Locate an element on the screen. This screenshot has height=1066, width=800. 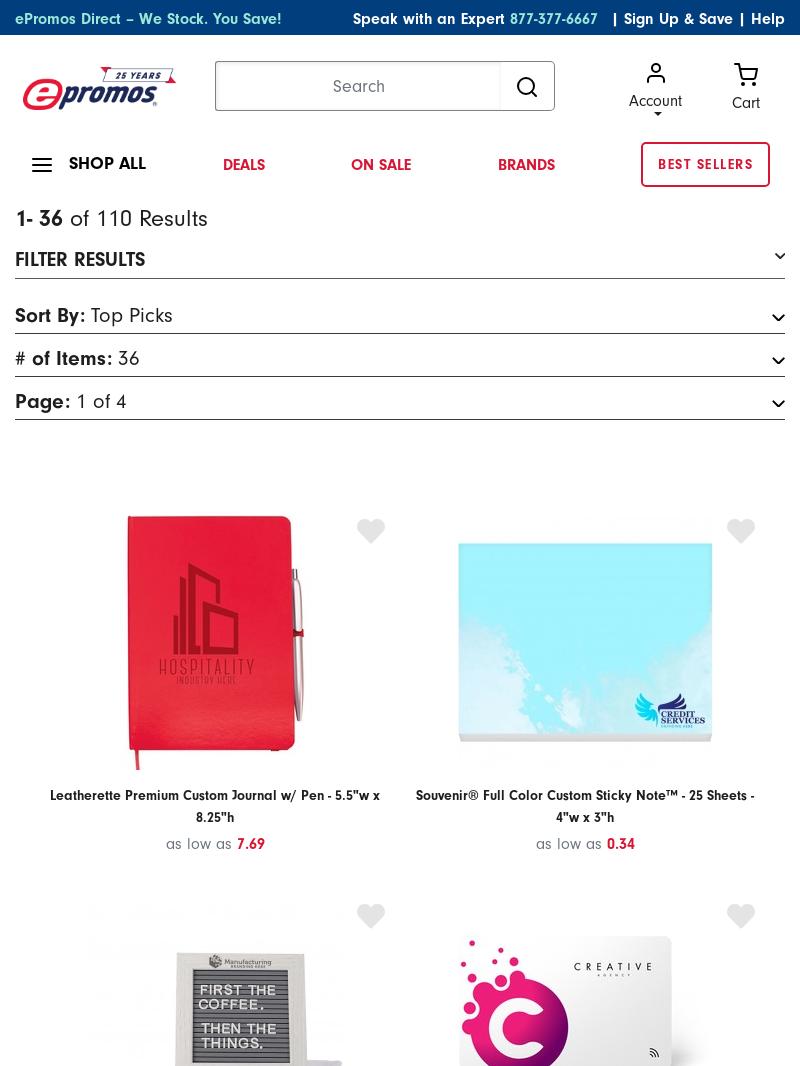
'ePromos Direct – We Stock. You Save!' is located at coordinates (148, 17).